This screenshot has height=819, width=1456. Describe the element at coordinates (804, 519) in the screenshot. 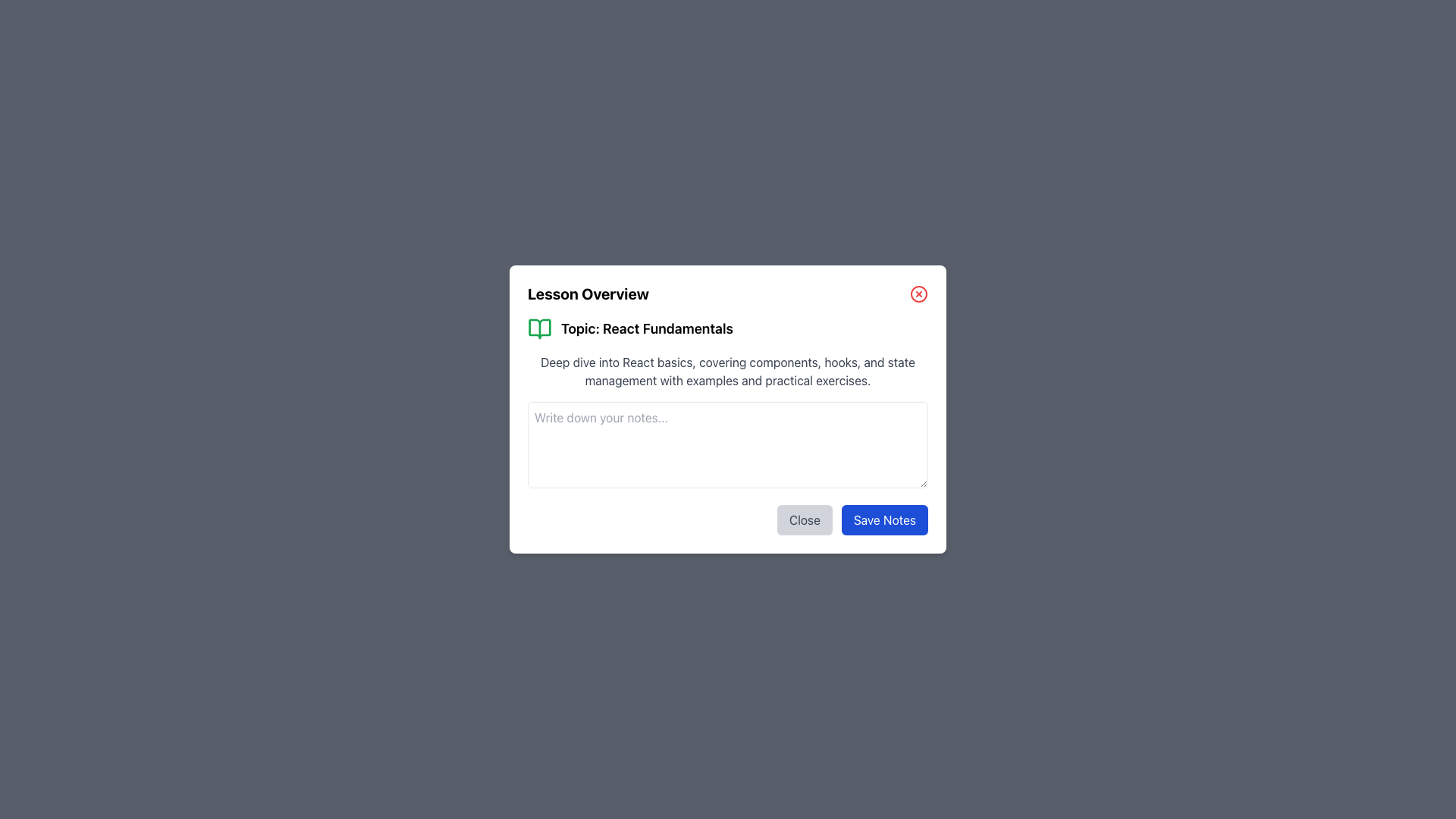

I see `the close button located at the bottom-right of the modal window` at that location.